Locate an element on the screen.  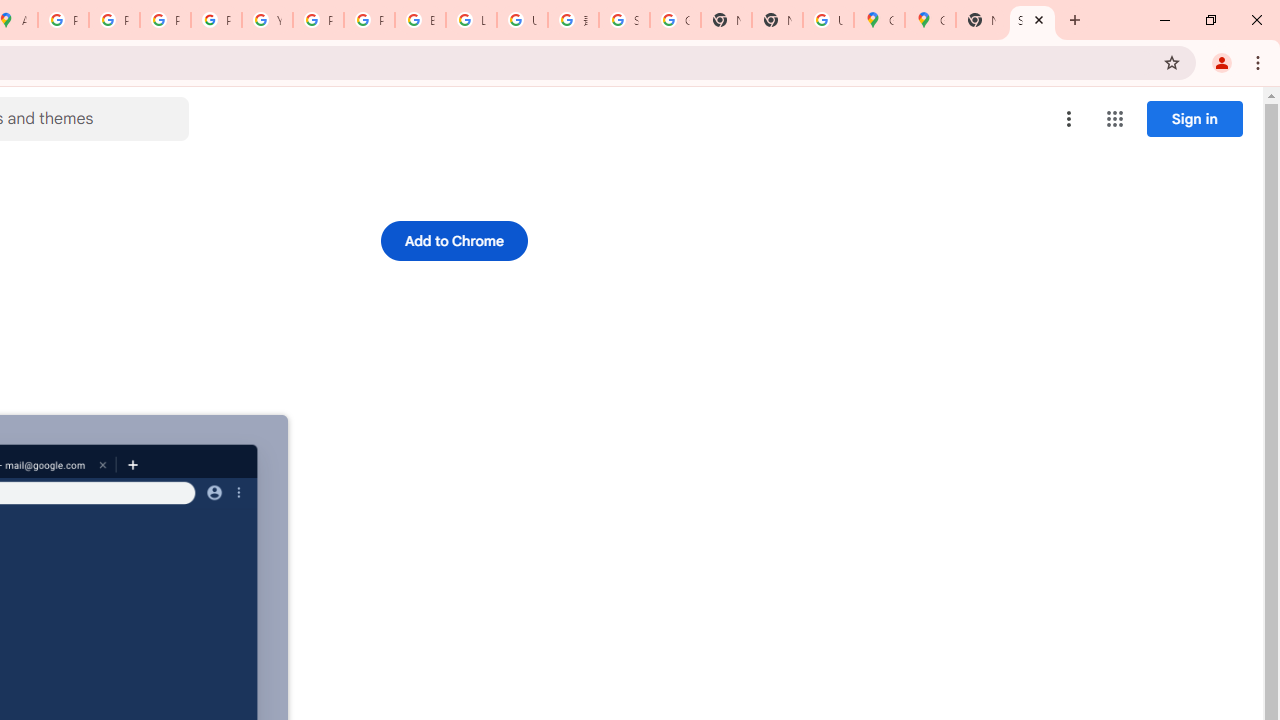
'Google Maps' is located at coordinates (929, 20).